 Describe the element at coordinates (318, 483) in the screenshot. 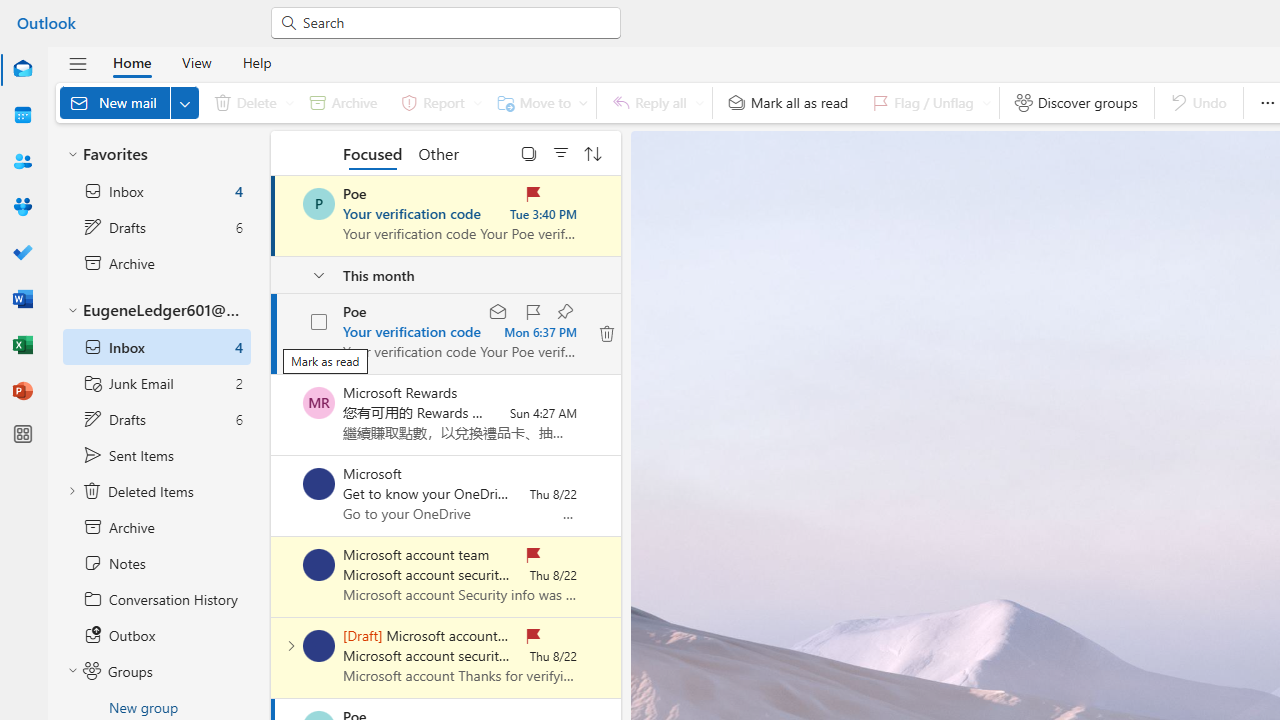

I see `'Microsoft'` at that location.